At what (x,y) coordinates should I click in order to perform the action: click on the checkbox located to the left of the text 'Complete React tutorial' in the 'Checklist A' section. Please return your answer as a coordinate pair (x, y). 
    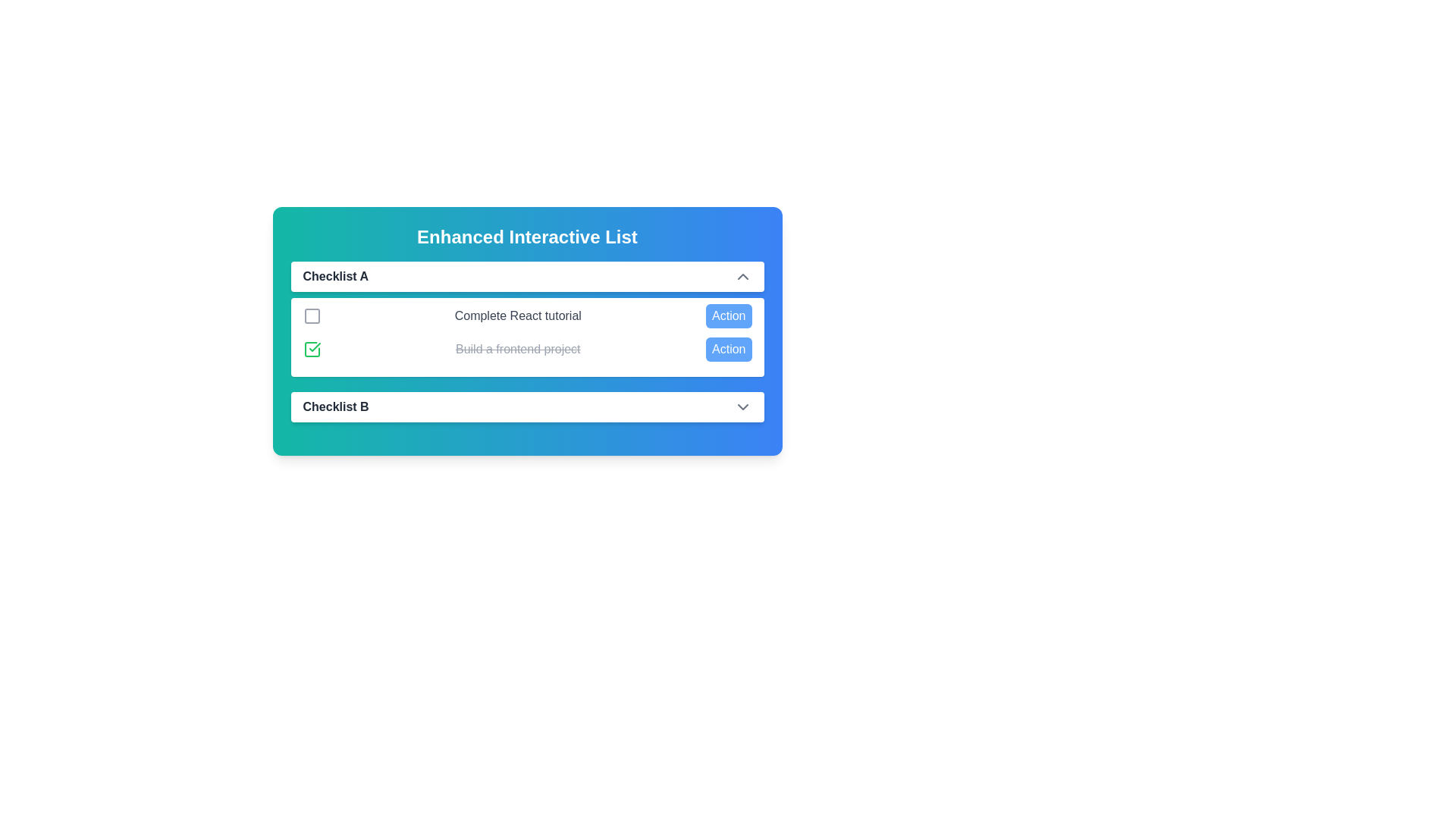
    Looking at the image, I should click on (311, 315).